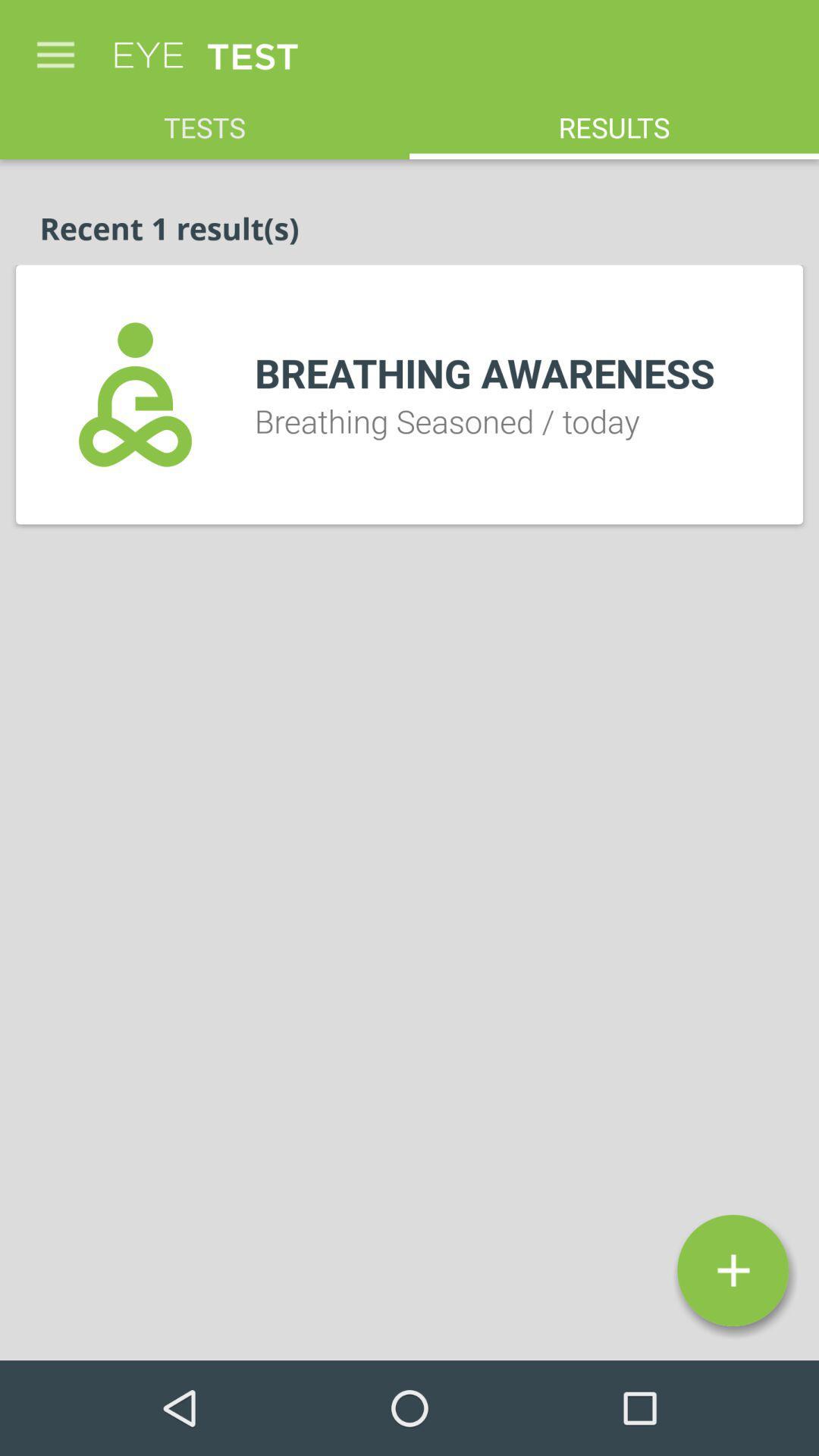  What do you see at coordinates (55, 47) in the screenshot?
I see `icon above tests item` at bounding box center [55, 47].